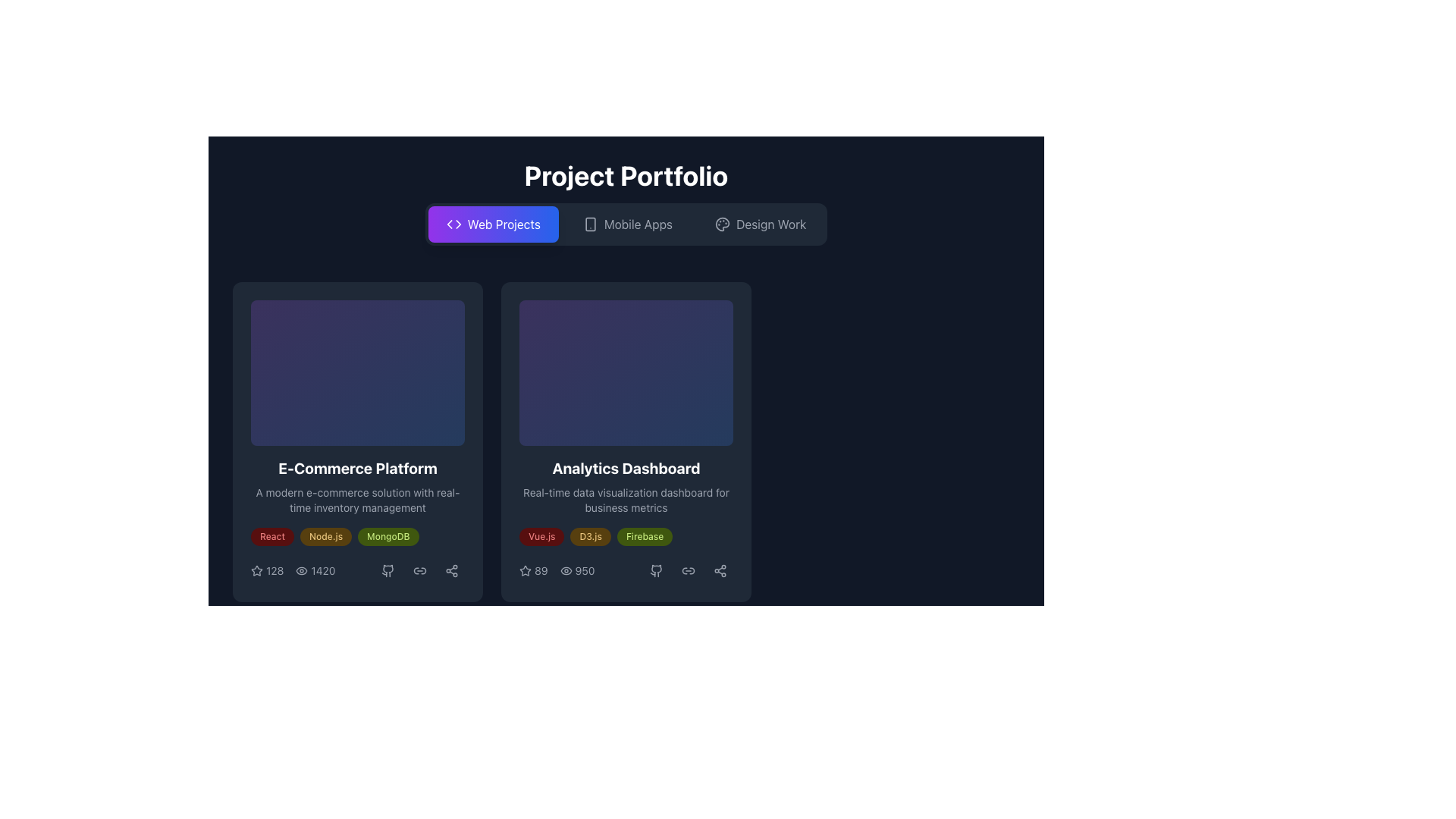 This screenshot has width=1456, height=819. I want to click on the Interactive navigation menu or filter bar to filter or navigate to the respective set of projects categorized into 'Web Projects', 'Mobile Apps', or 'Design Work', so click(626, 224).